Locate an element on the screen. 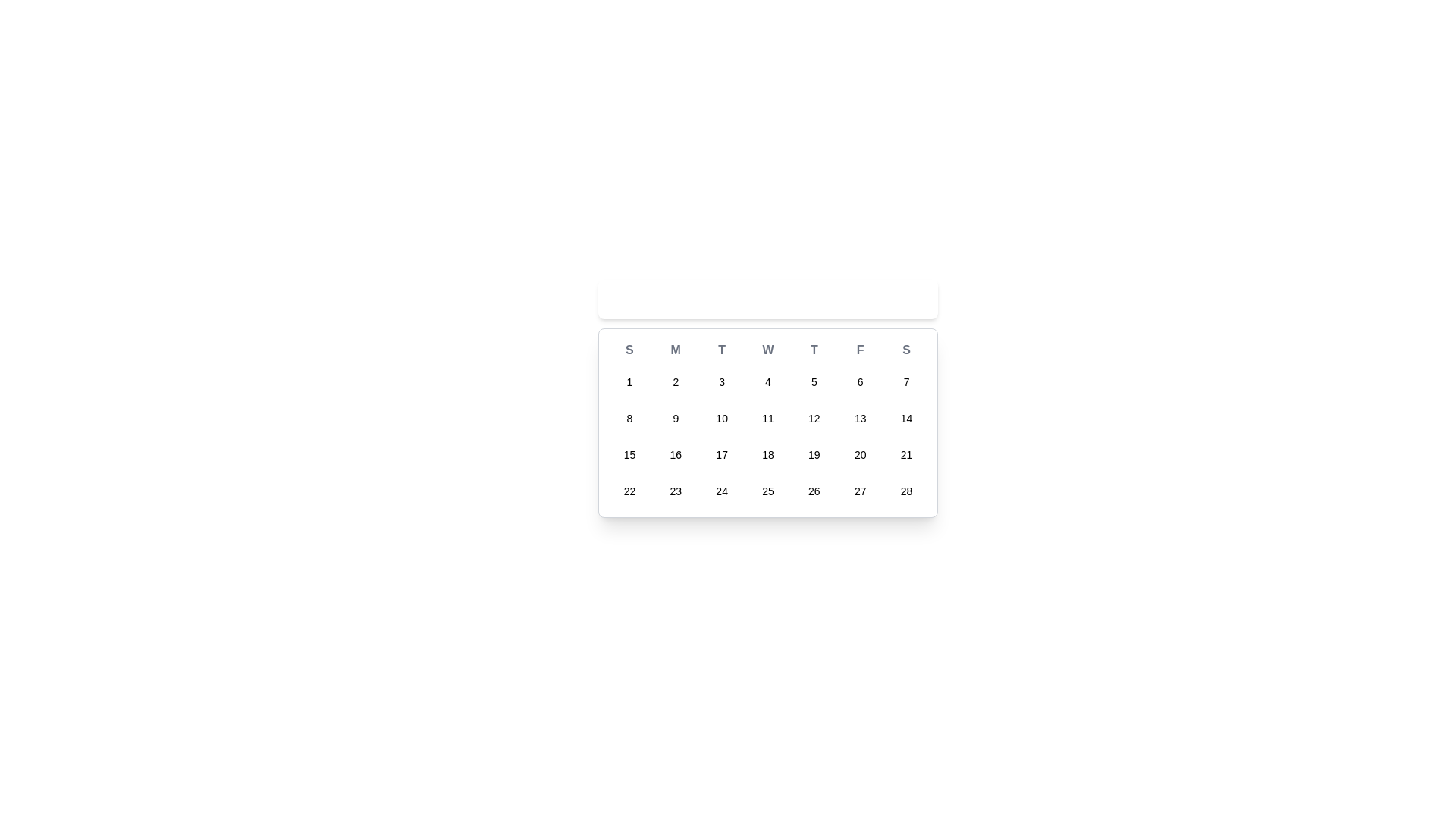  the button representing the day in the calendar located in the second row, sixth column is located at coordinates (813, 418).